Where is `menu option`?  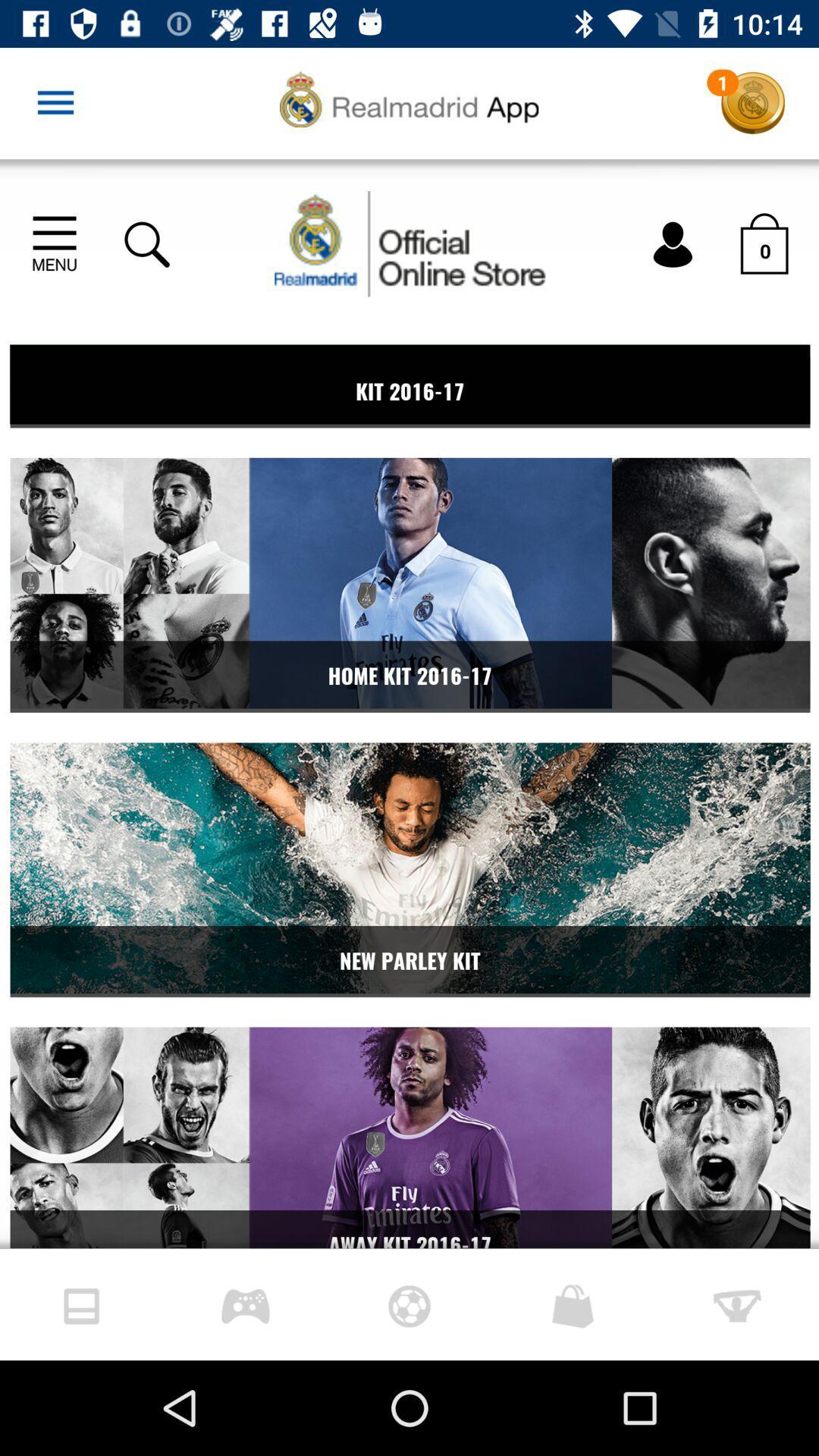
menu option is located at coordinates (55, 102).